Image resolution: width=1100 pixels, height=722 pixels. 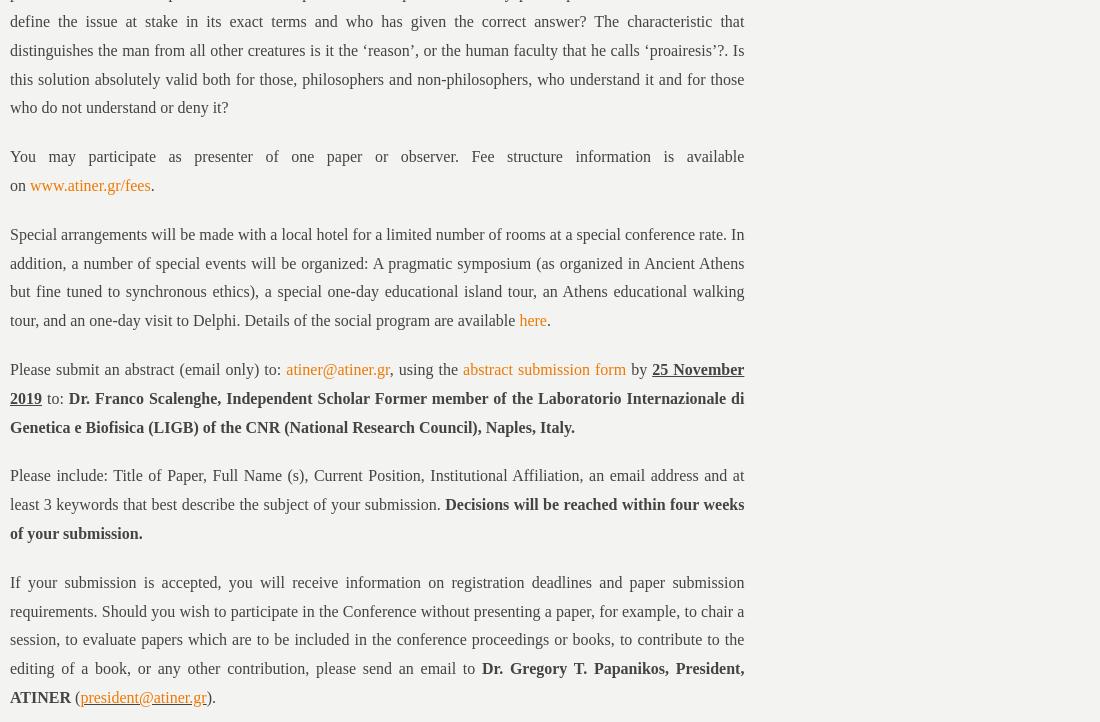 What do you see at coordinates (336, 368) in the screenshot?
I see `'atiner@atiner.gr'` at bounding box center [336, 368].